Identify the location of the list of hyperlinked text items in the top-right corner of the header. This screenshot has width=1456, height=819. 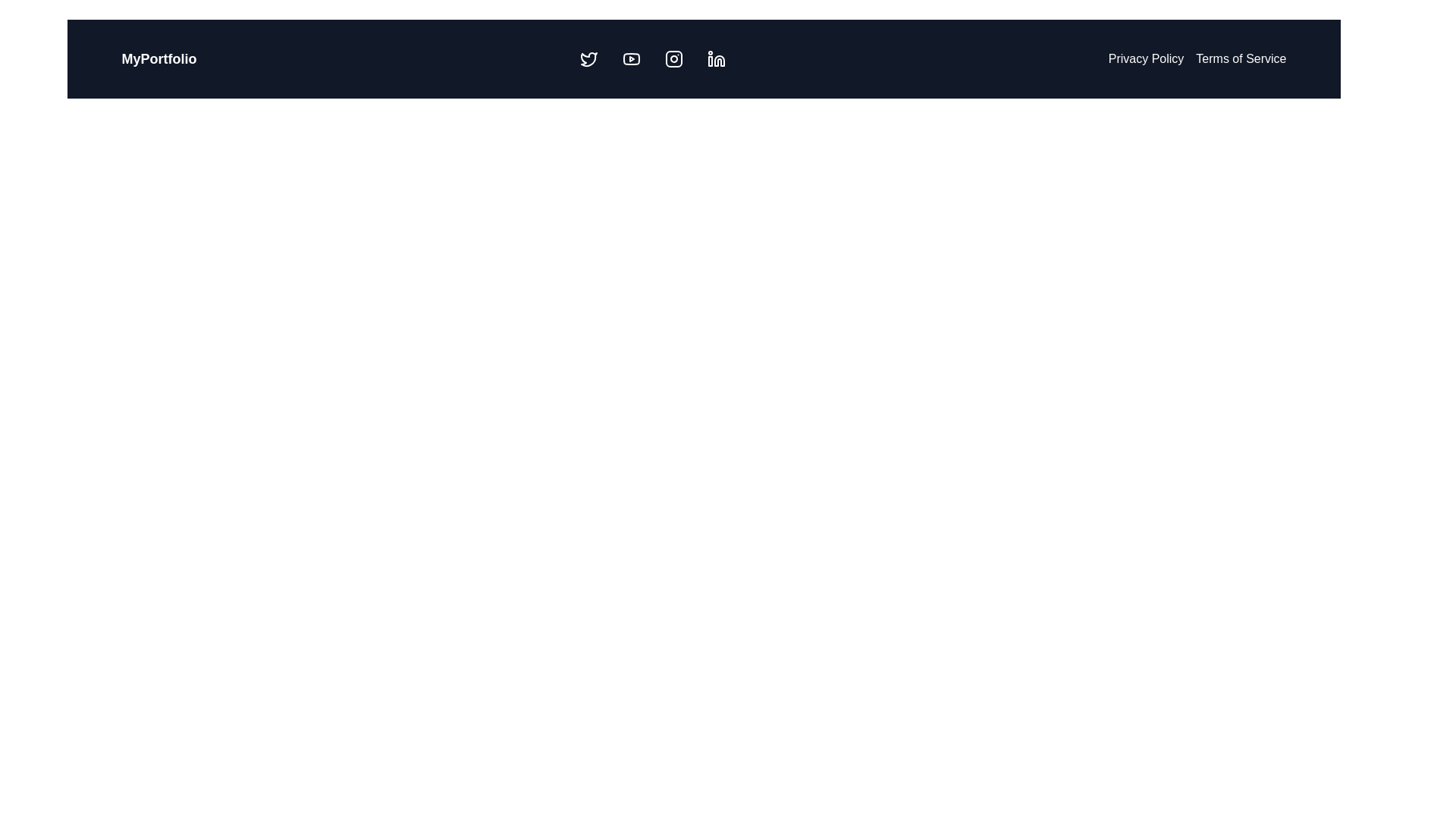
(1197, 58).